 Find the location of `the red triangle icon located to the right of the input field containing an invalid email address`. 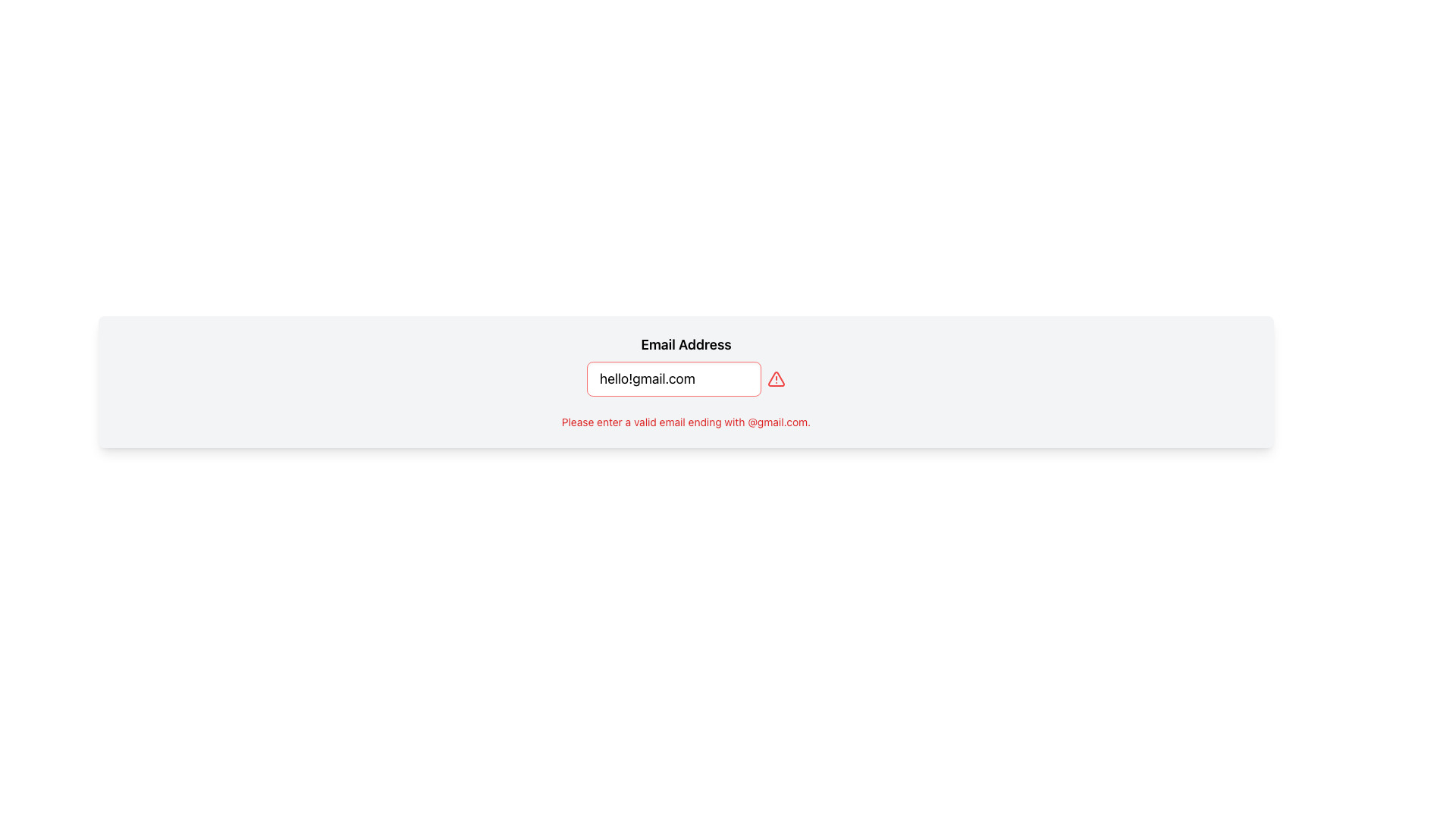

the red triangle icon located to the right of the input field containing an invalid email address is located at coordinates (776, 378).